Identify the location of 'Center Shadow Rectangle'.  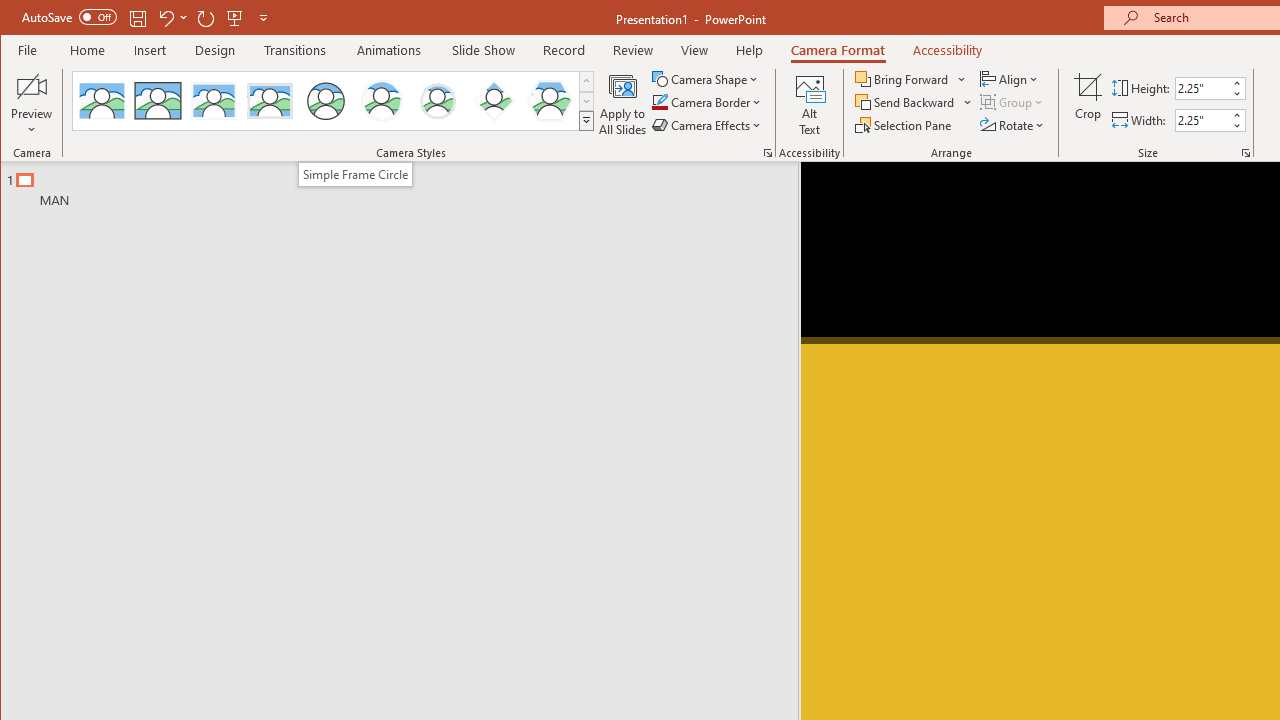
(213, 100).